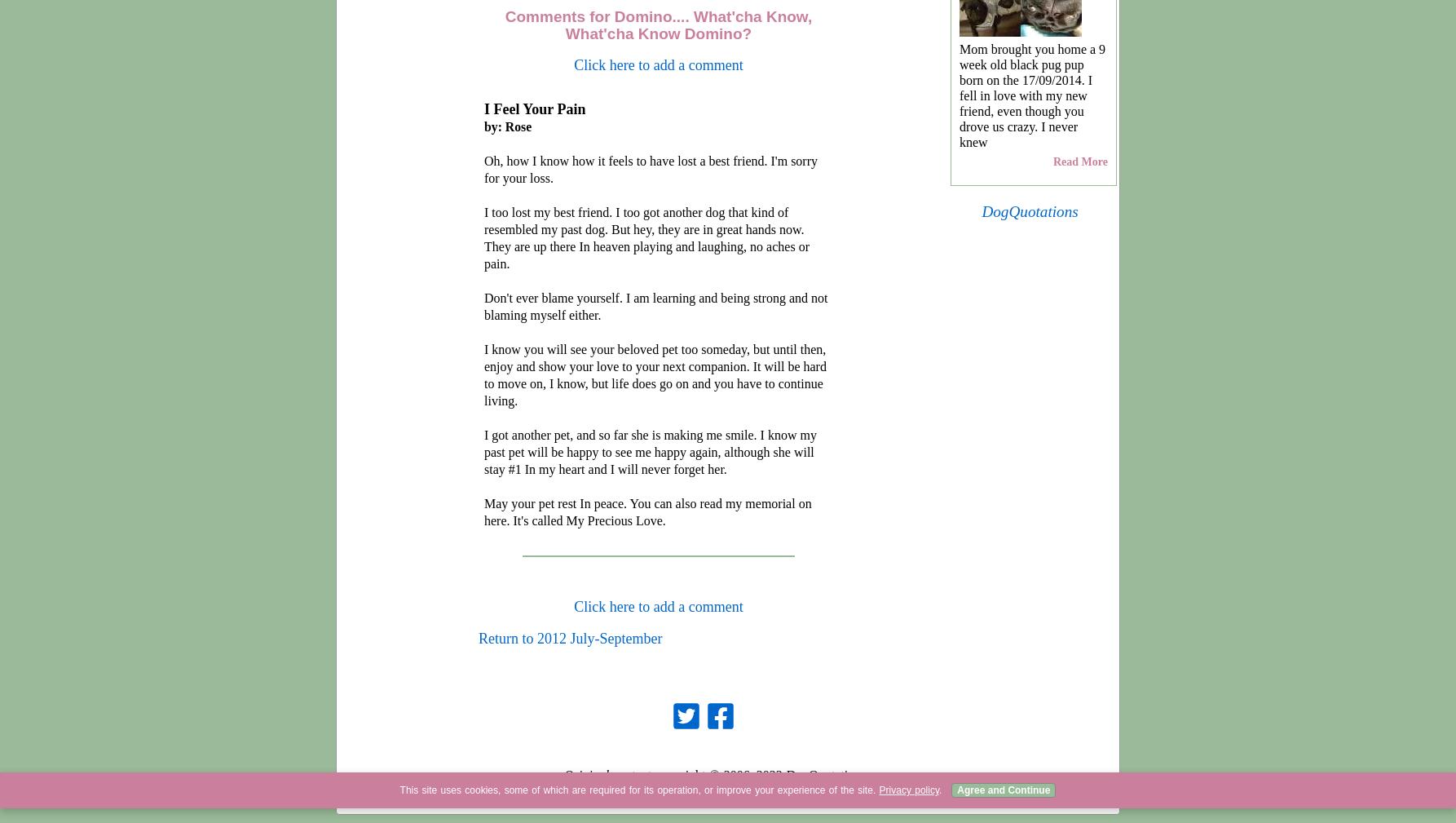 Image resolution: width=1456 pixels, height=823 pixels. What do you see at coordinates (939, 790) in the screenshot?
I see `'.'` at bounding box center [939, 790].